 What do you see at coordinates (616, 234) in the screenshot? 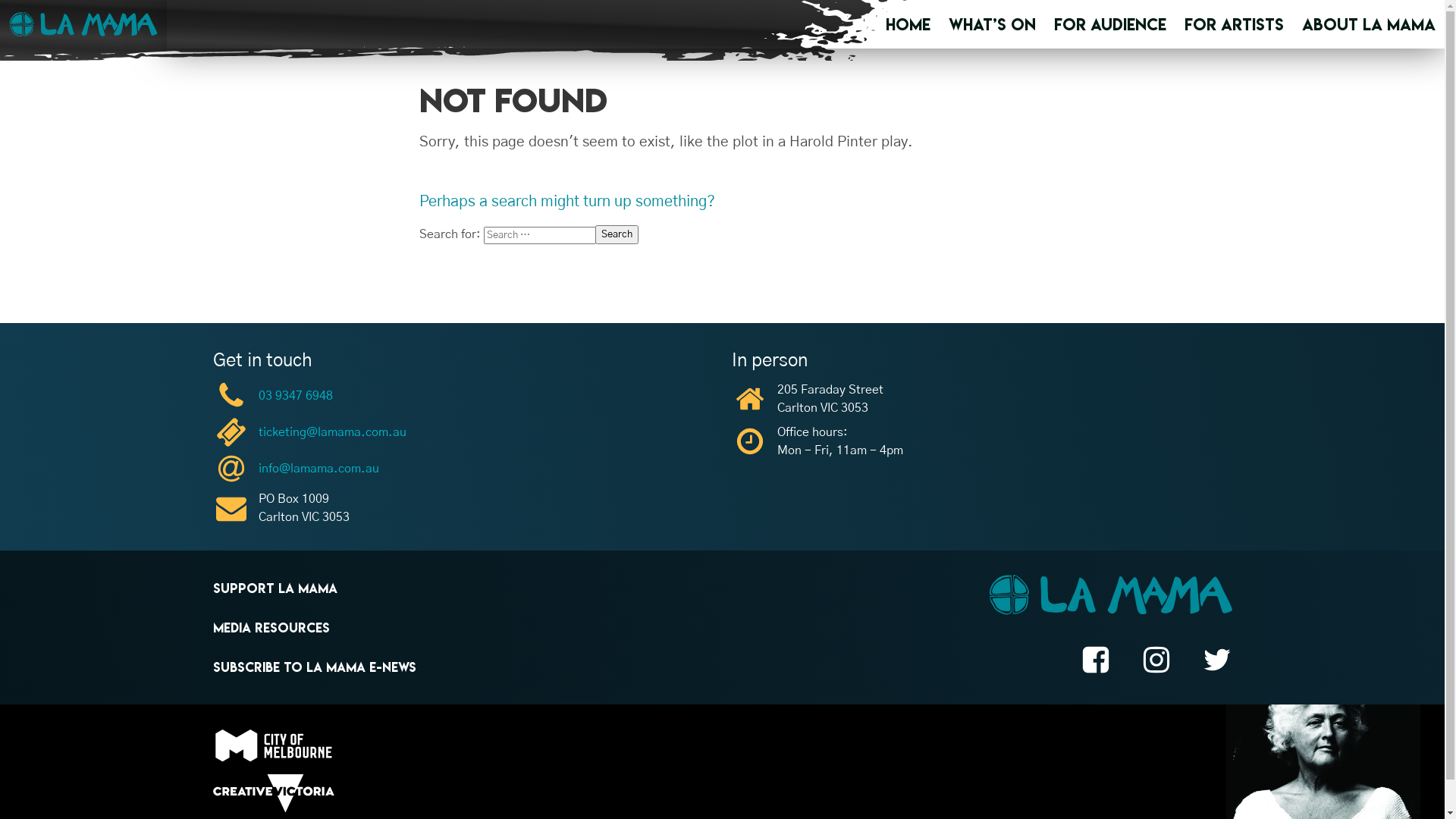
I see `'Search'` at bounding box center [616, 234].